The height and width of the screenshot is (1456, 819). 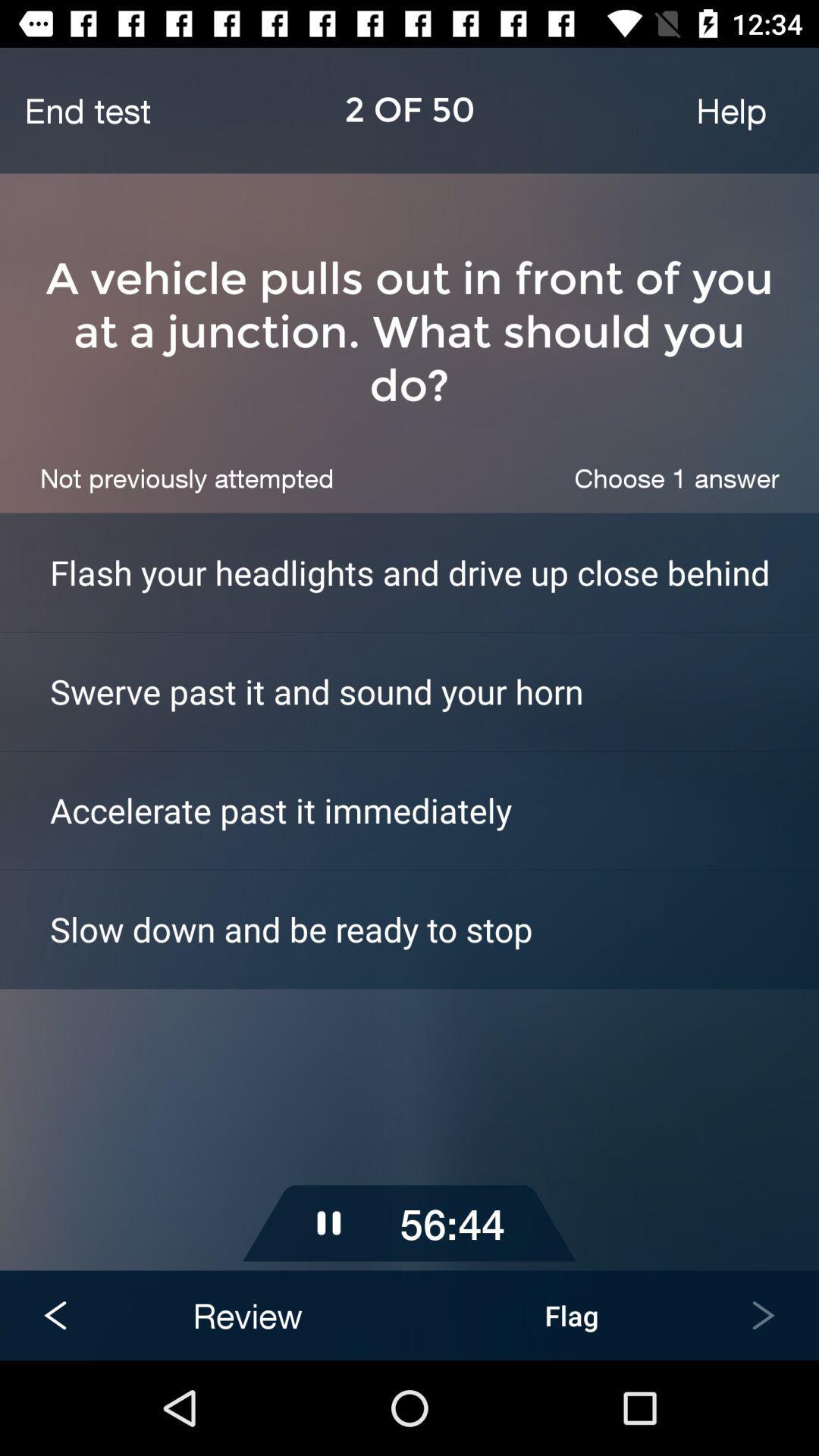 I want to click on the icon below the slow down and, so click(x=409, y=1077).